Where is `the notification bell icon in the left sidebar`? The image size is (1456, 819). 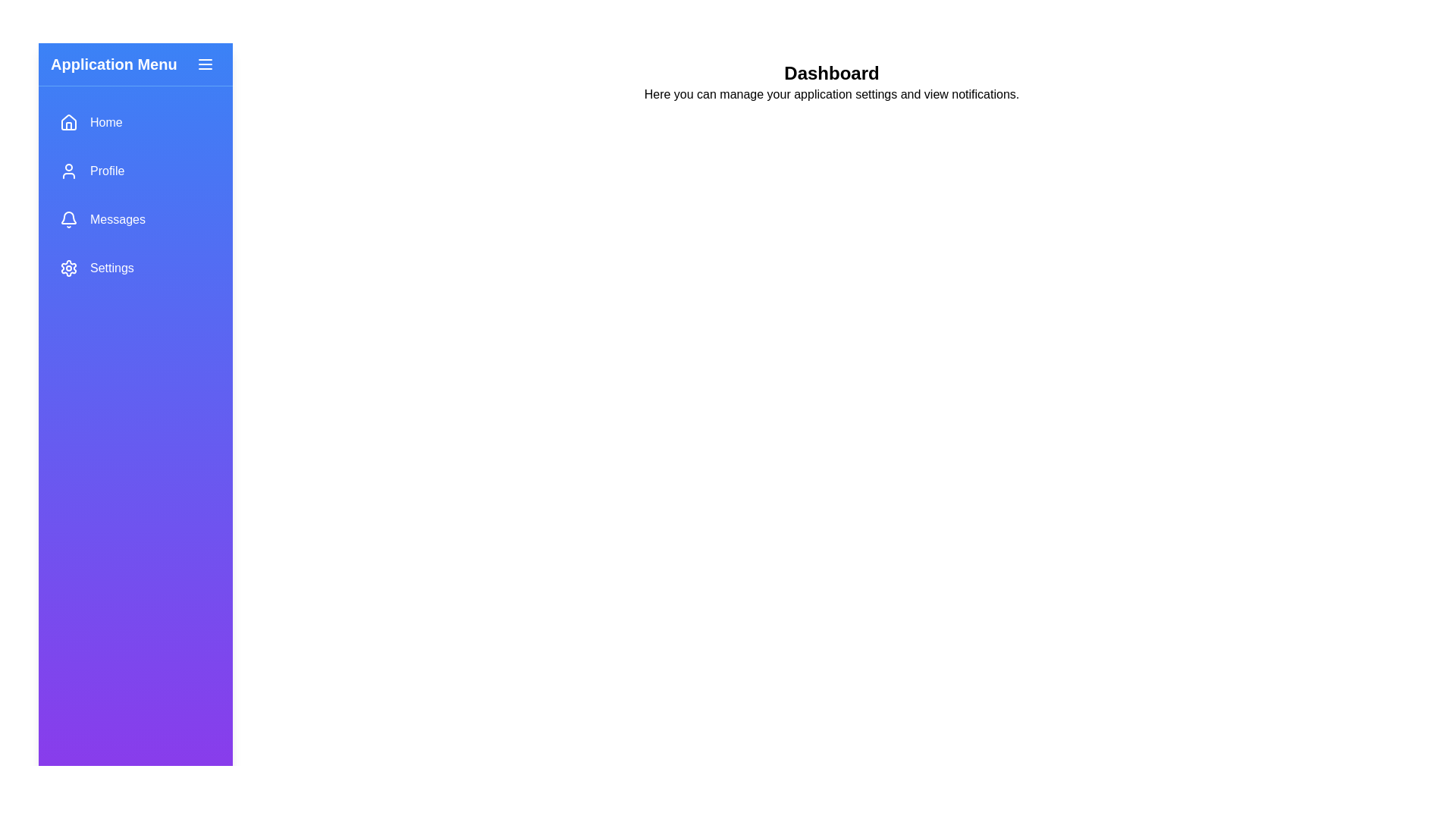
the notification bell icon in the left sidebar is located at coordinates (68, 219).